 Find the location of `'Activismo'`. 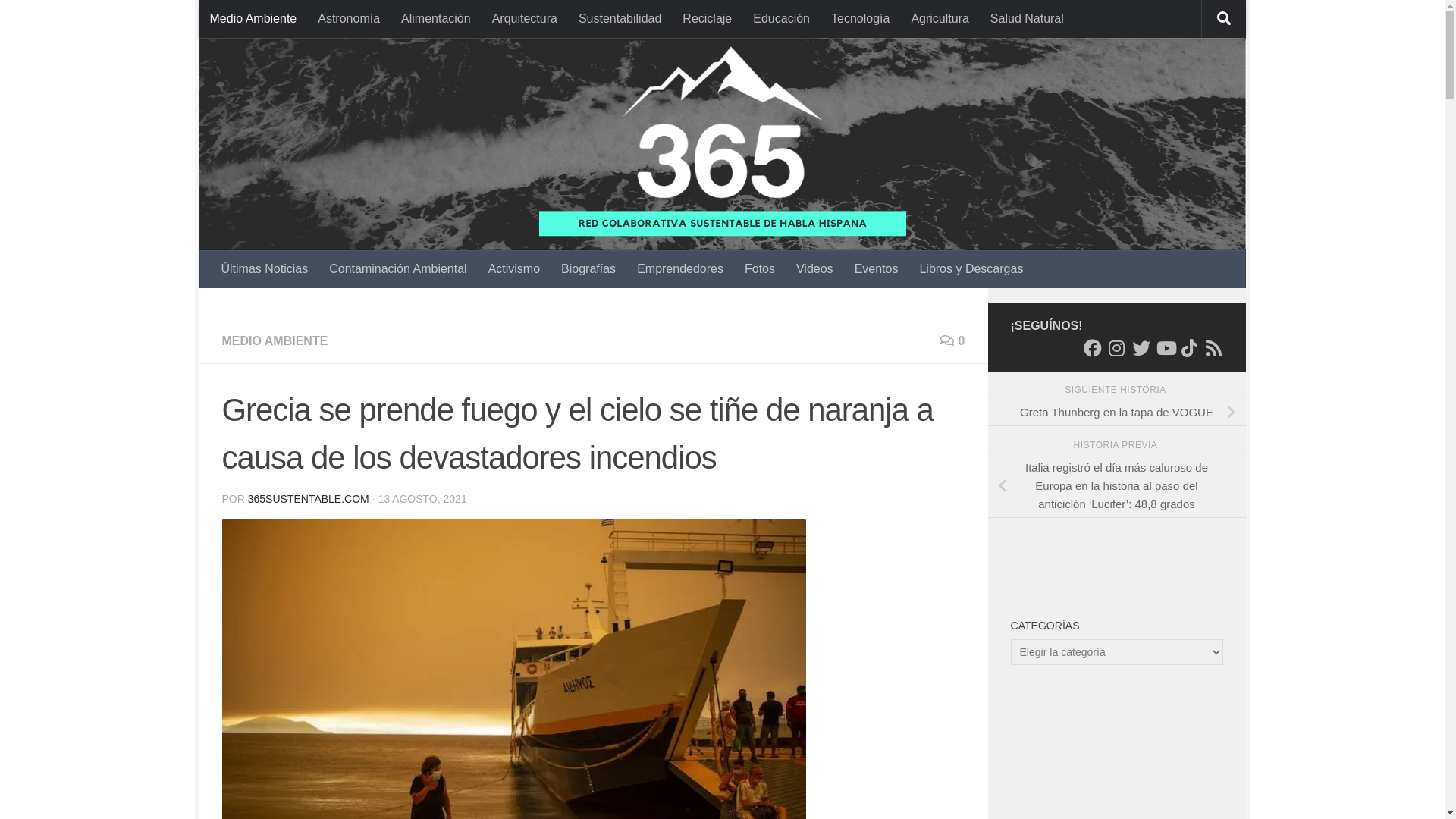

'Activismo' is located at coordinates (476, 268).